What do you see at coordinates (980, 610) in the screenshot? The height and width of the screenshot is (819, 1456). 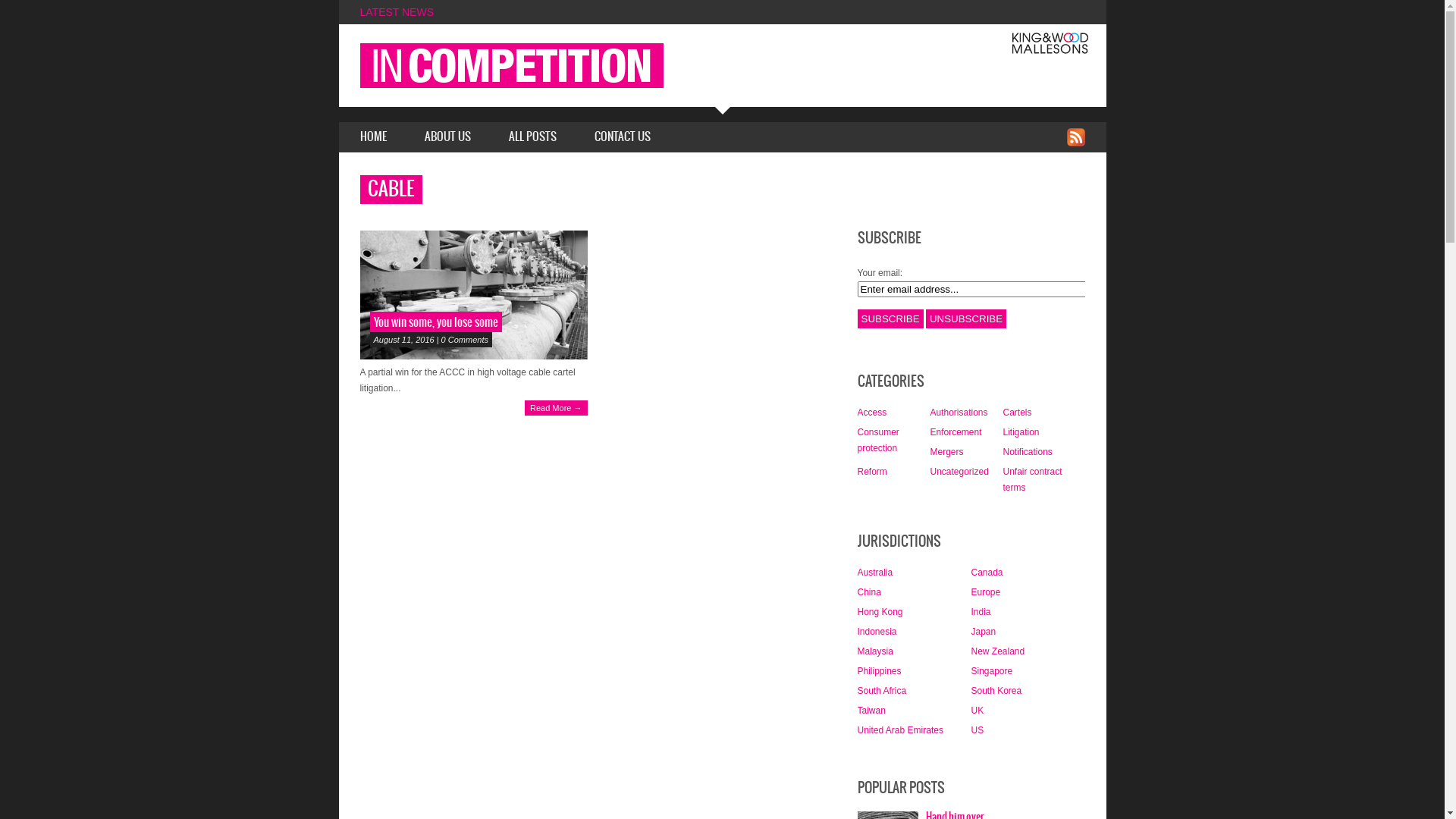 I see `'India'` at bounding box center [980, 610].